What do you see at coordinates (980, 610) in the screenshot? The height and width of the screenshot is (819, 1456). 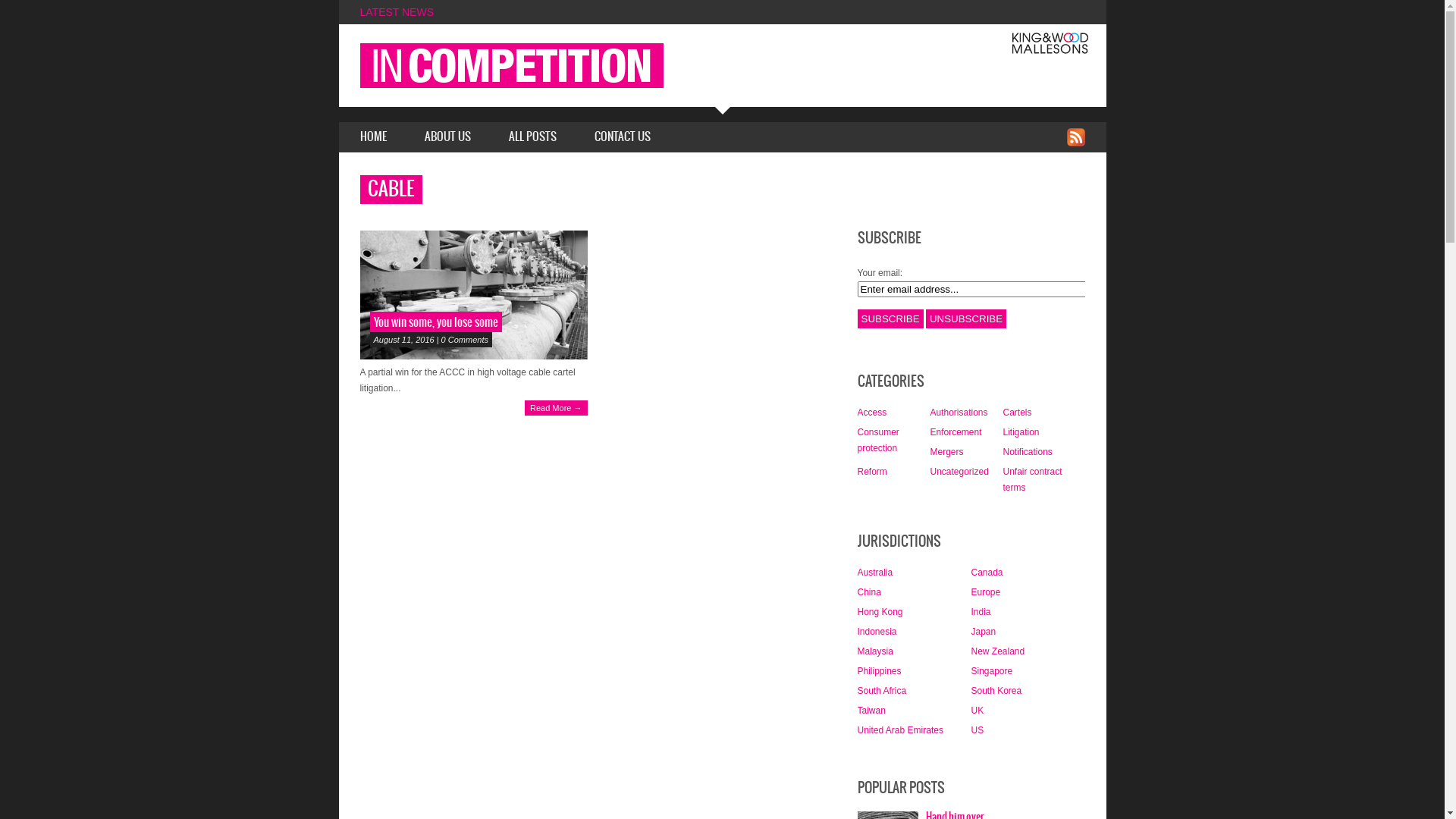 I see `'India'` at bounding box center [980, 610].